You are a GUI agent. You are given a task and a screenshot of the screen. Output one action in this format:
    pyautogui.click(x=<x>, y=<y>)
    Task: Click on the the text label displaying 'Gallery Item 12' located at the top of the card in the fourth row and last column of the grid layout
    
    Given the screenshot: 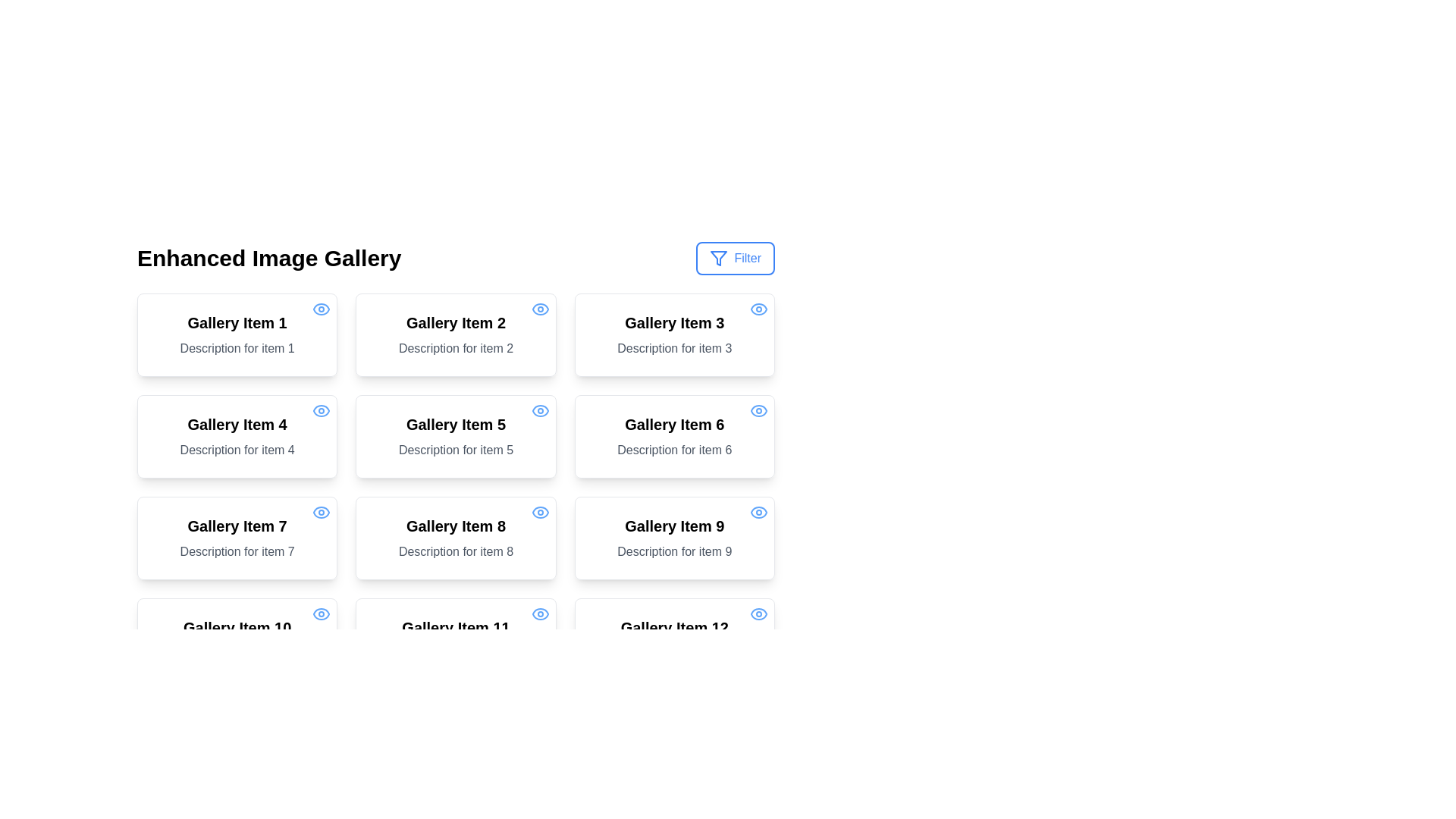 What is the action you would take?
    pyautogui.click(x=673, y=628)
    